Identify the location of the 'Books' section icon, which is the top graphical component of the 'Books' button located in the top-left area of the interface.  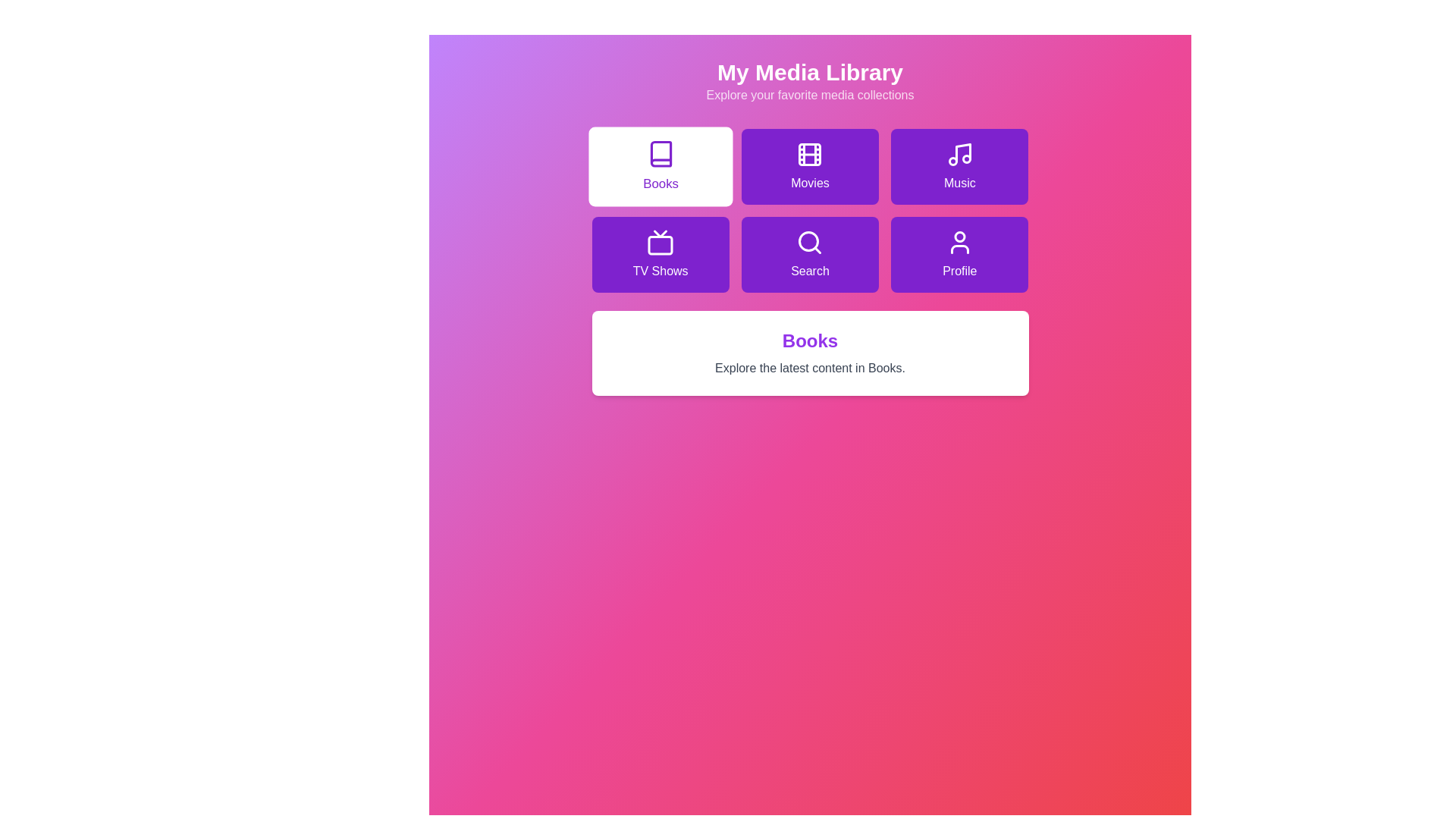
(661, 154).